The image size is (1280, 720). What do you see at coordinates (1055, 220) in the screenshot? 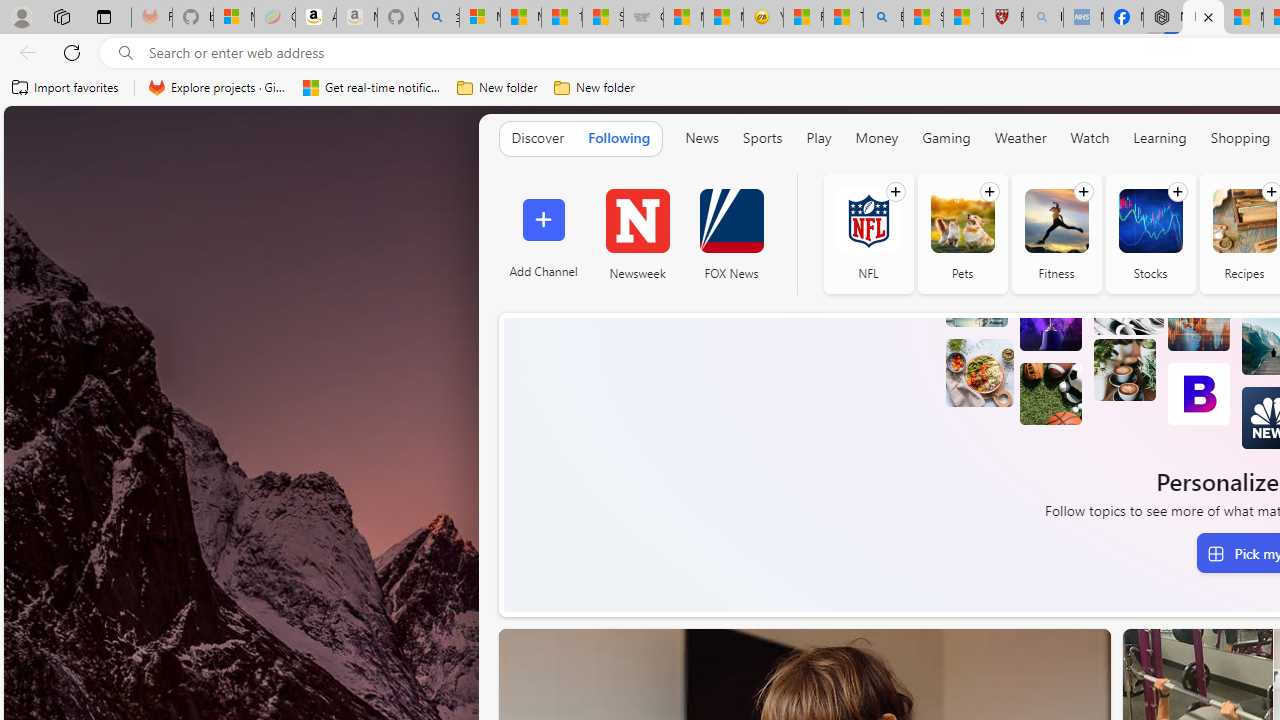
I see `'Fitness'` at bounding box center [1055, 220].